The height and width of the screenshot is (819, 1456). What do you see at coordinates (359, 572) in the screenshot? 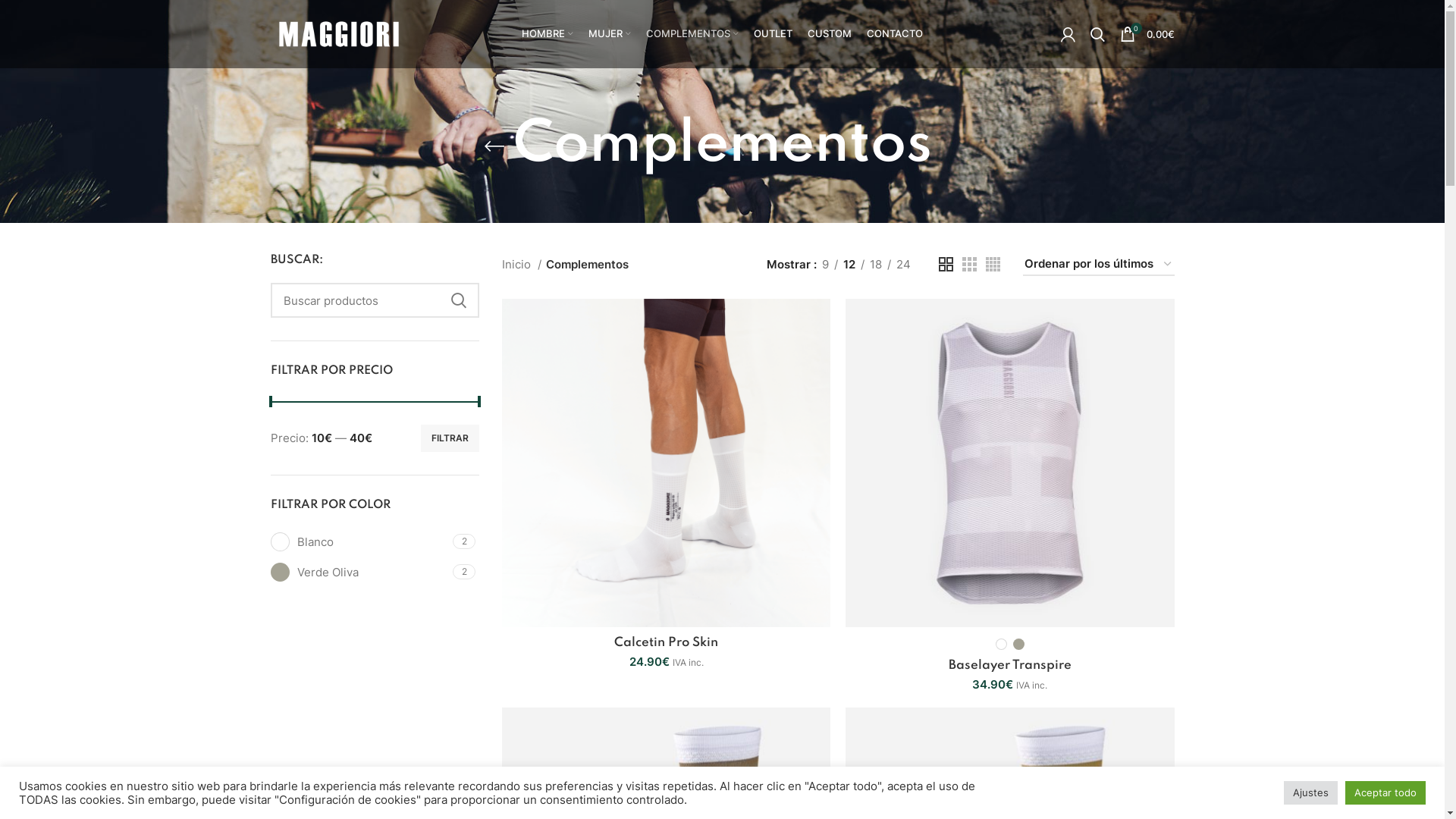
I see `'Verde Oliva` at bounding box center [359, 572].